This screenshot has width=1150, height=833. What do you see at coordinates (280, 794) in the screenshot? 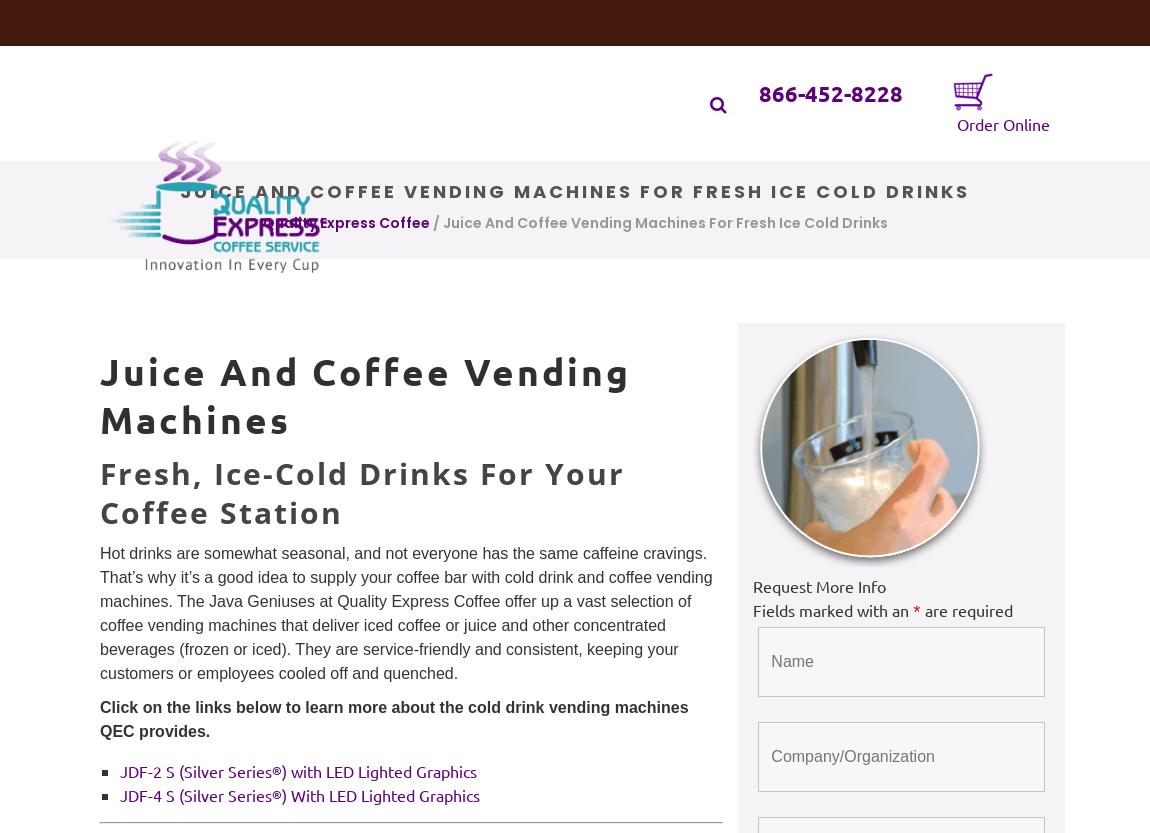
I see `') With LED Lighted Graphics'` at bounding box center [280, 794].